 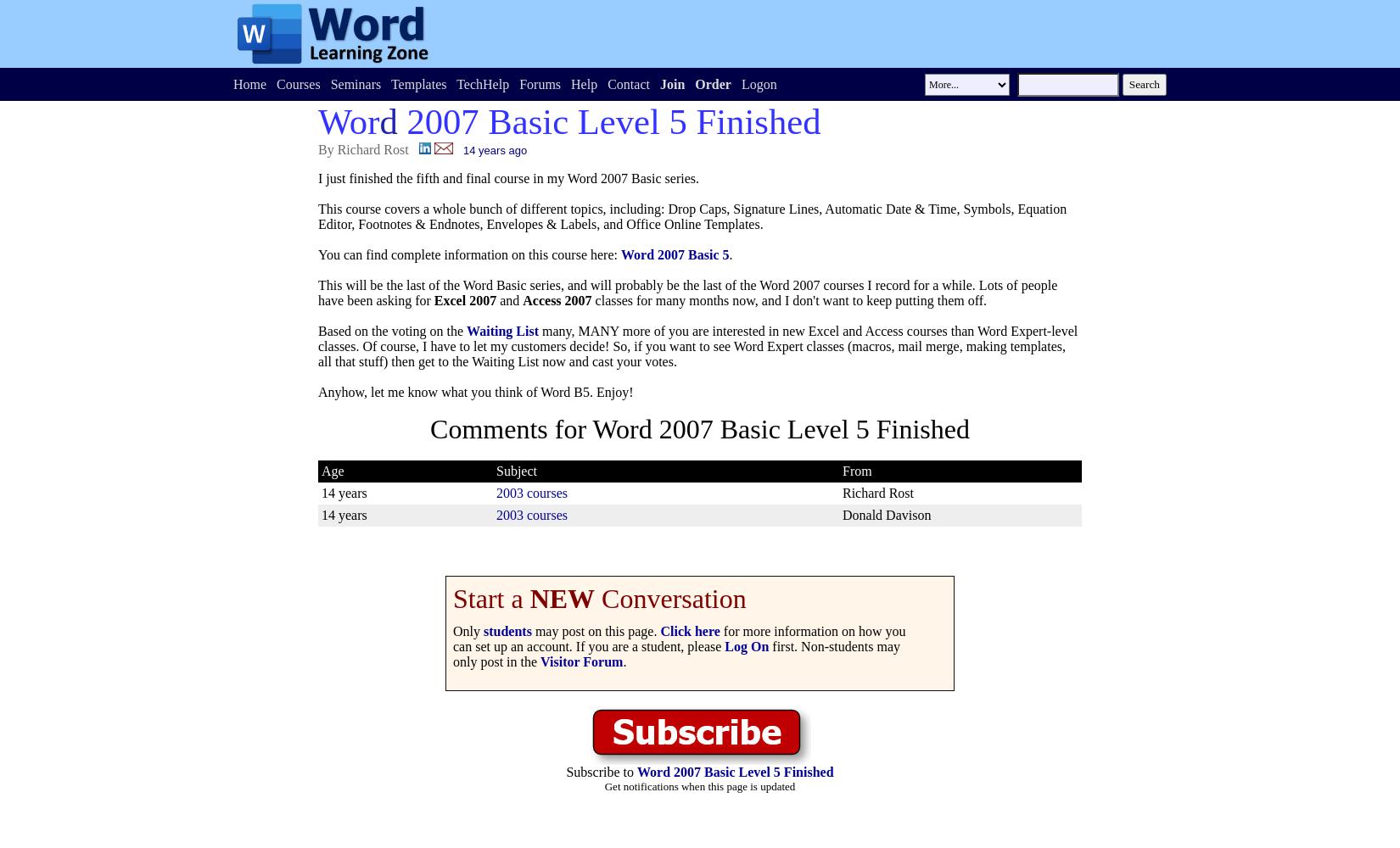 What do you see at coordinates (501, 331) in the screenshot?
I see `'Waiting List'` at bounding box center [501, 331].